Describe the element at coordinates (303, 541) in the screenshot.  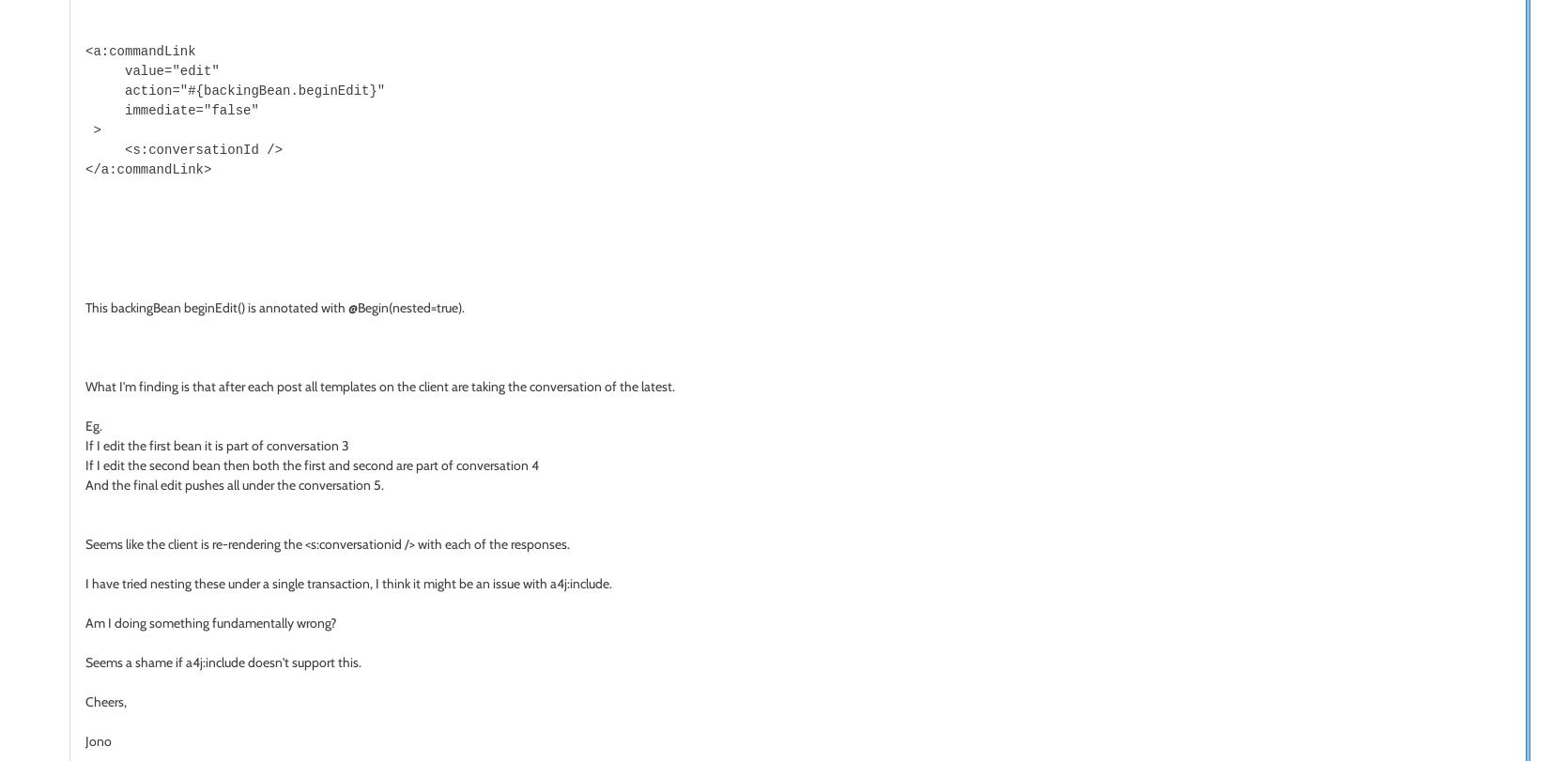
I see `'<s:conversationid />'` at that location.